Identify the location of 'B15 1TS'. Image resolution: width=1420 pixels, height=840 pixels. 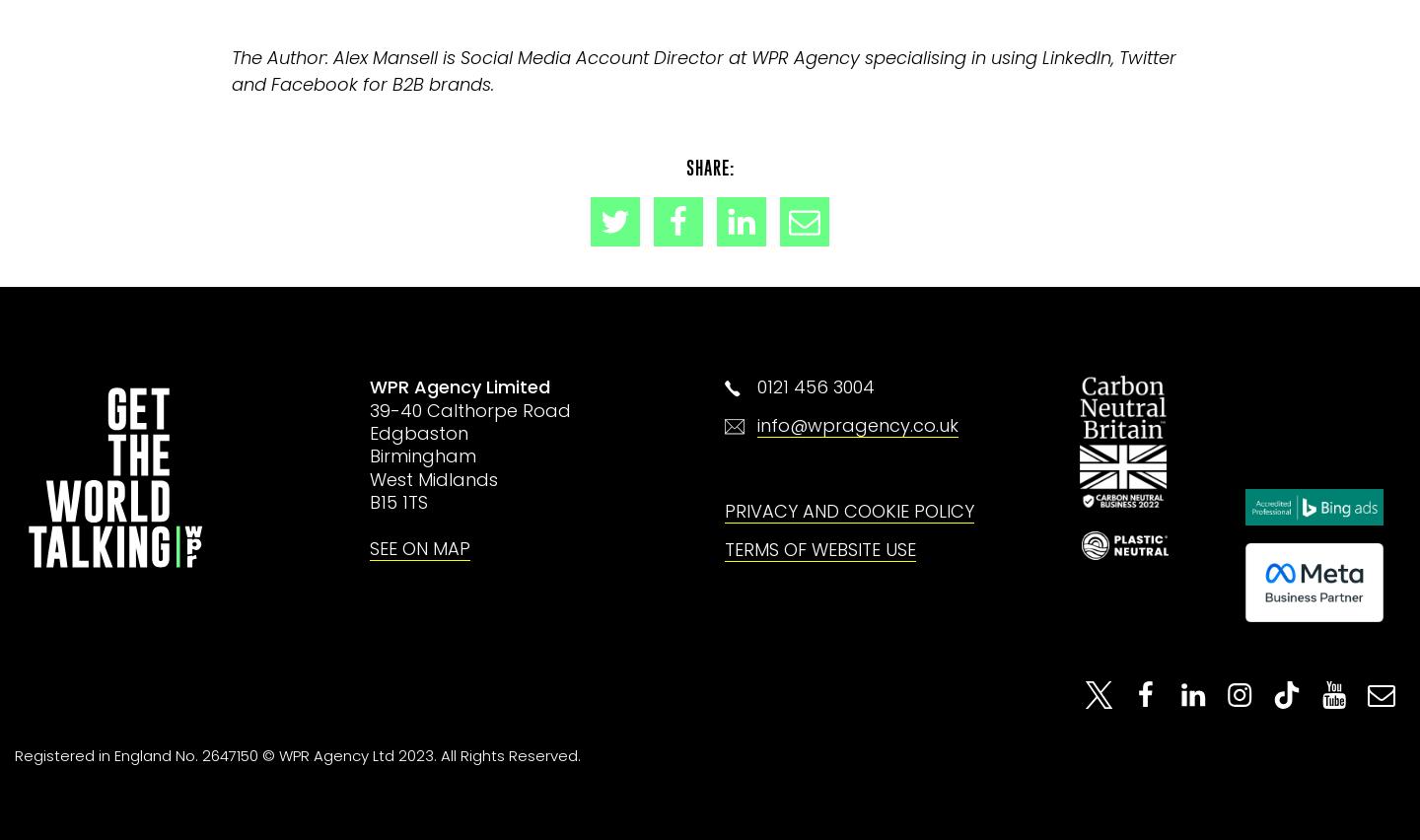
(368, 501).